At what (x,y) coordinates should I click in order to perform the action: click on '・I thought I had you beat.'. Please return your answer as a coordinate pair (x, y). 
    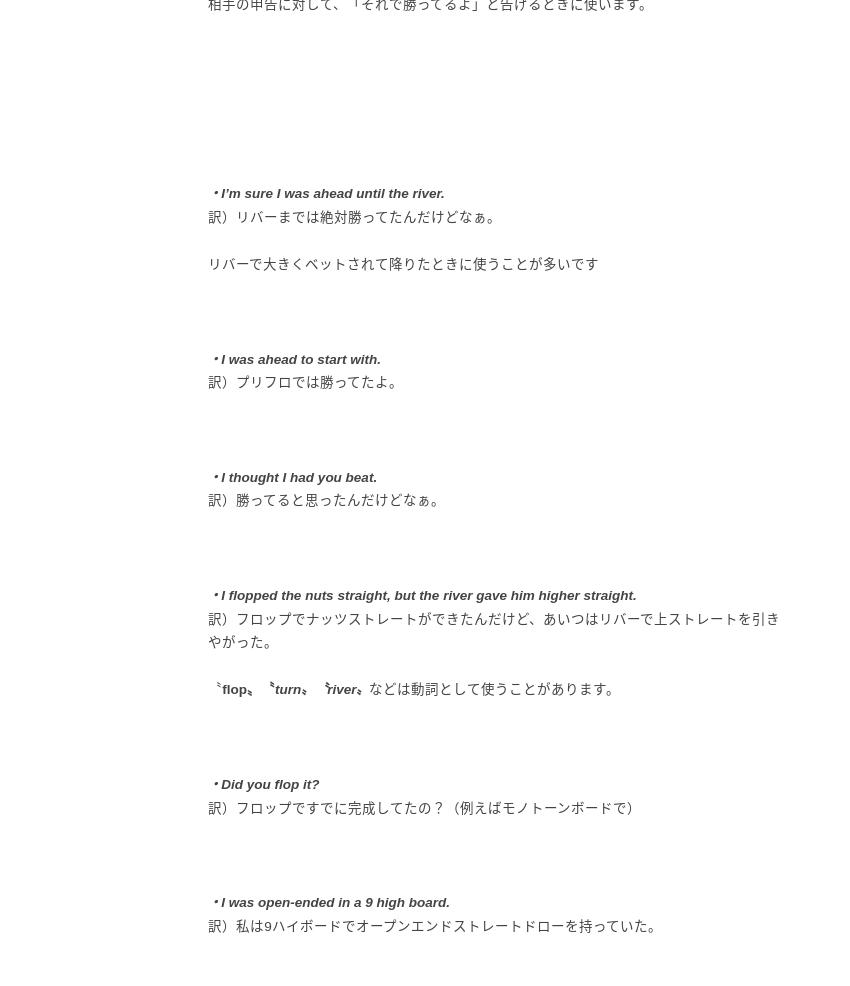
    Looking at the image, I should click on (291, 476).